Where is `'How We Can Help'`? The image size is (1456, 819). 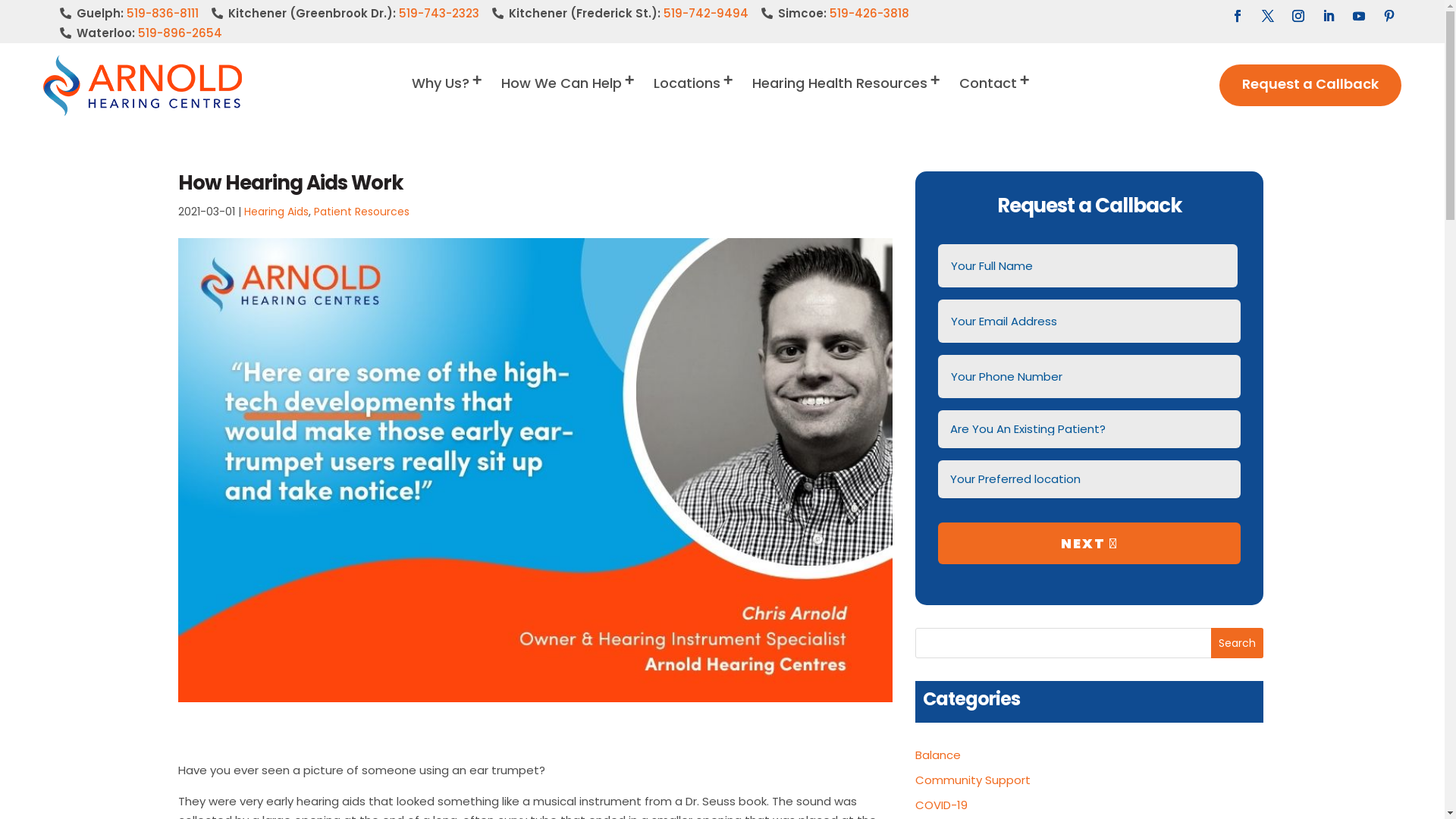
'How We Can Help' is located at coordinates (568, 96).